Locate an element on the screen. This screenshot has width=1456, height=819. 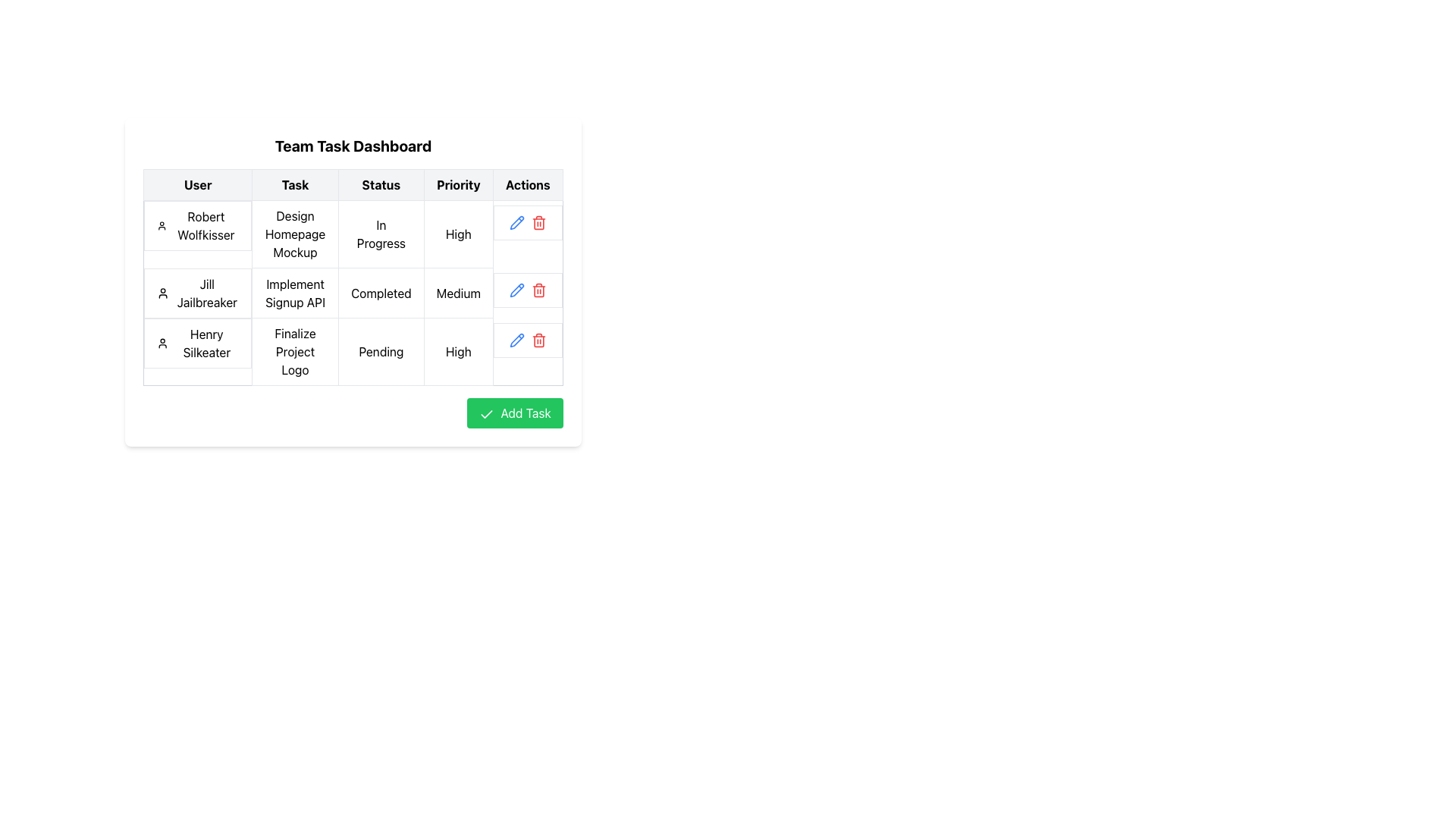
the Text Display element that shows the task name in the second column of the task management table, located between the 'Robert Wolfkisser' and 'In Progress' cells in the first row is located at coordinates (295, 234).